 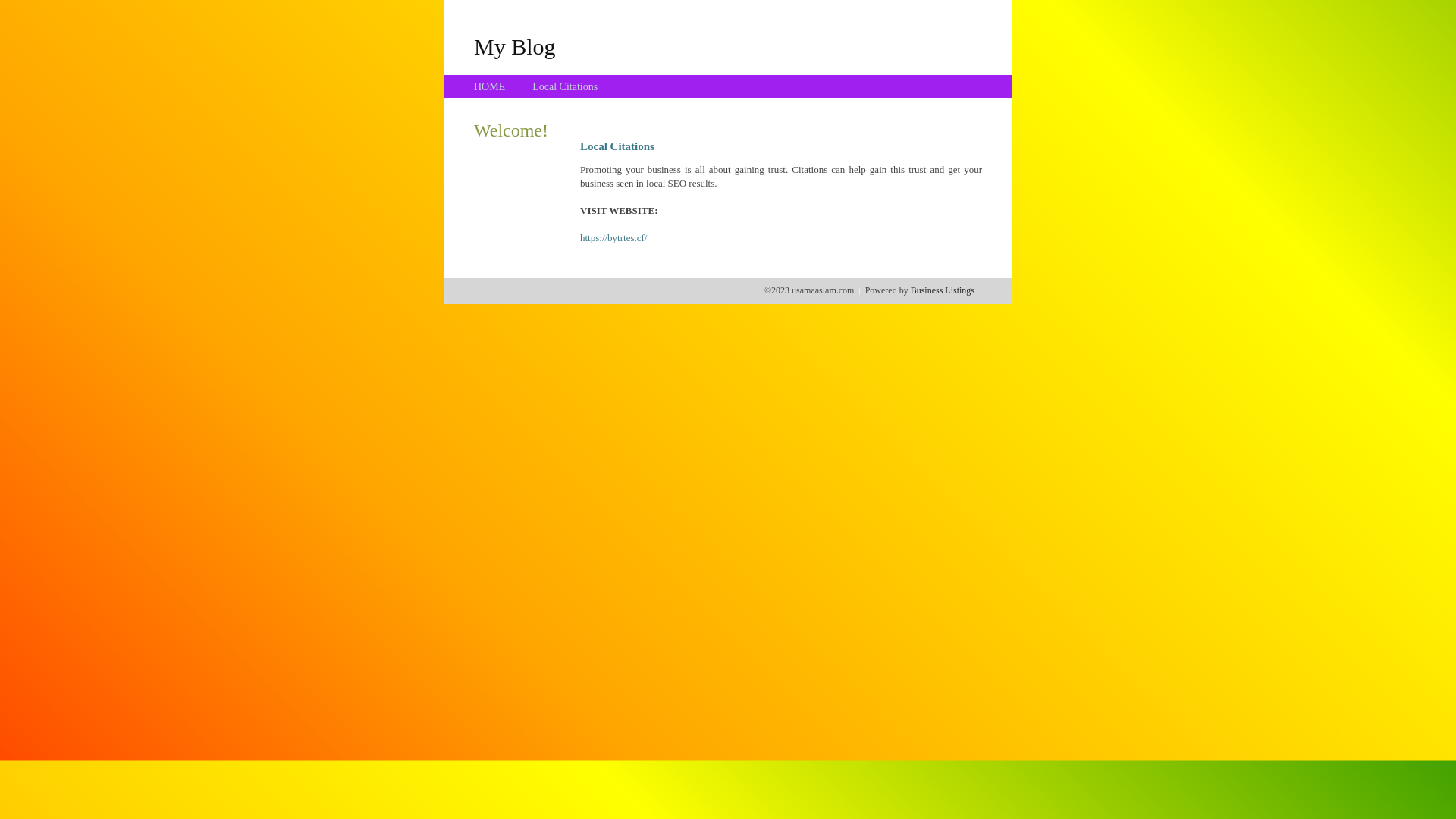 I want to click on 'Business Listings', so click(x=942, y=290).